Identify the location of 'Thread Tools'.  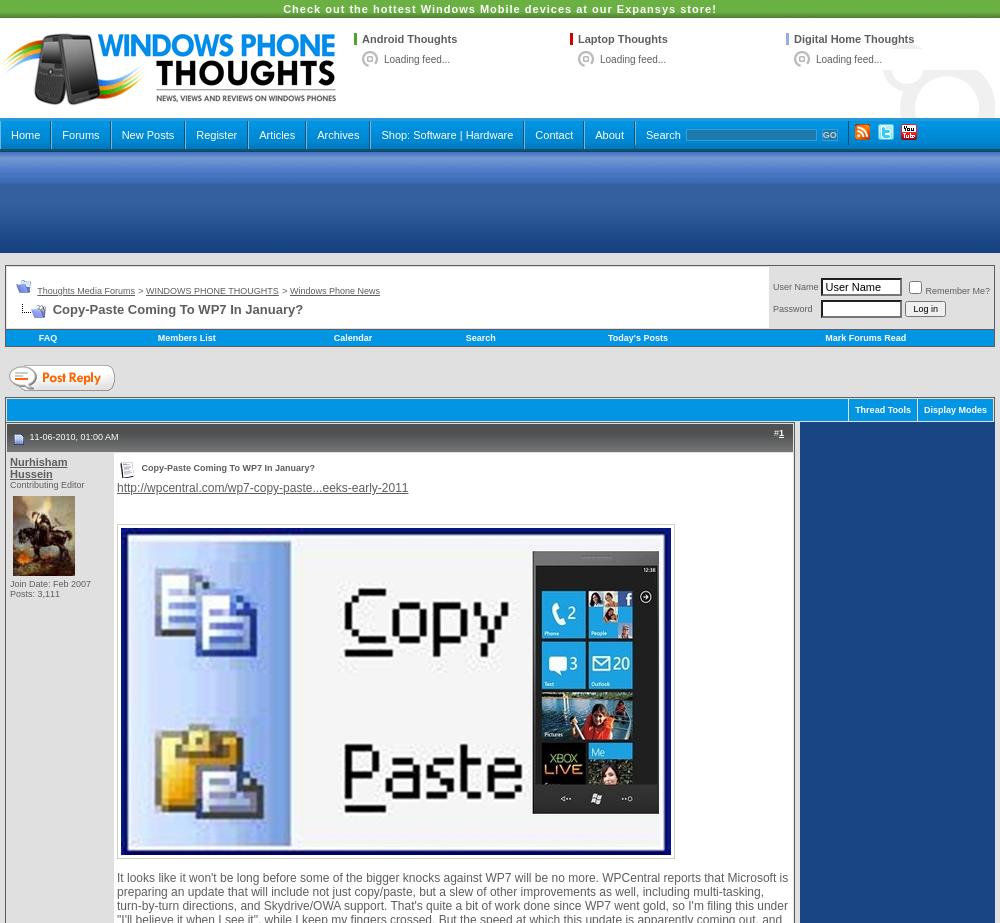
(882, 409).